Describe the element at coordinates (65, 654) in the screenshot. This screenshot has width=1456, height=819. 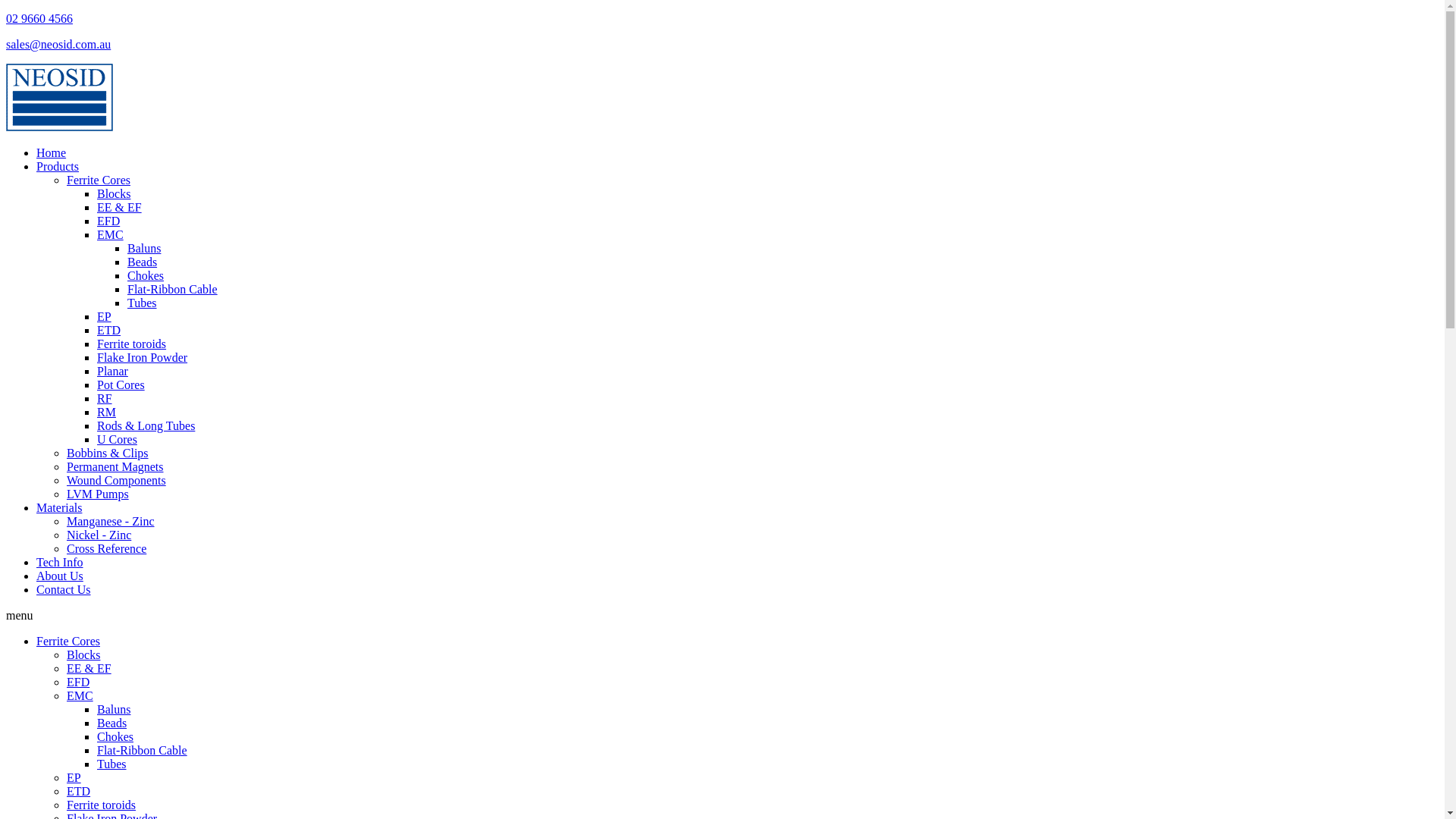
I see `'Blocks'` at that location.